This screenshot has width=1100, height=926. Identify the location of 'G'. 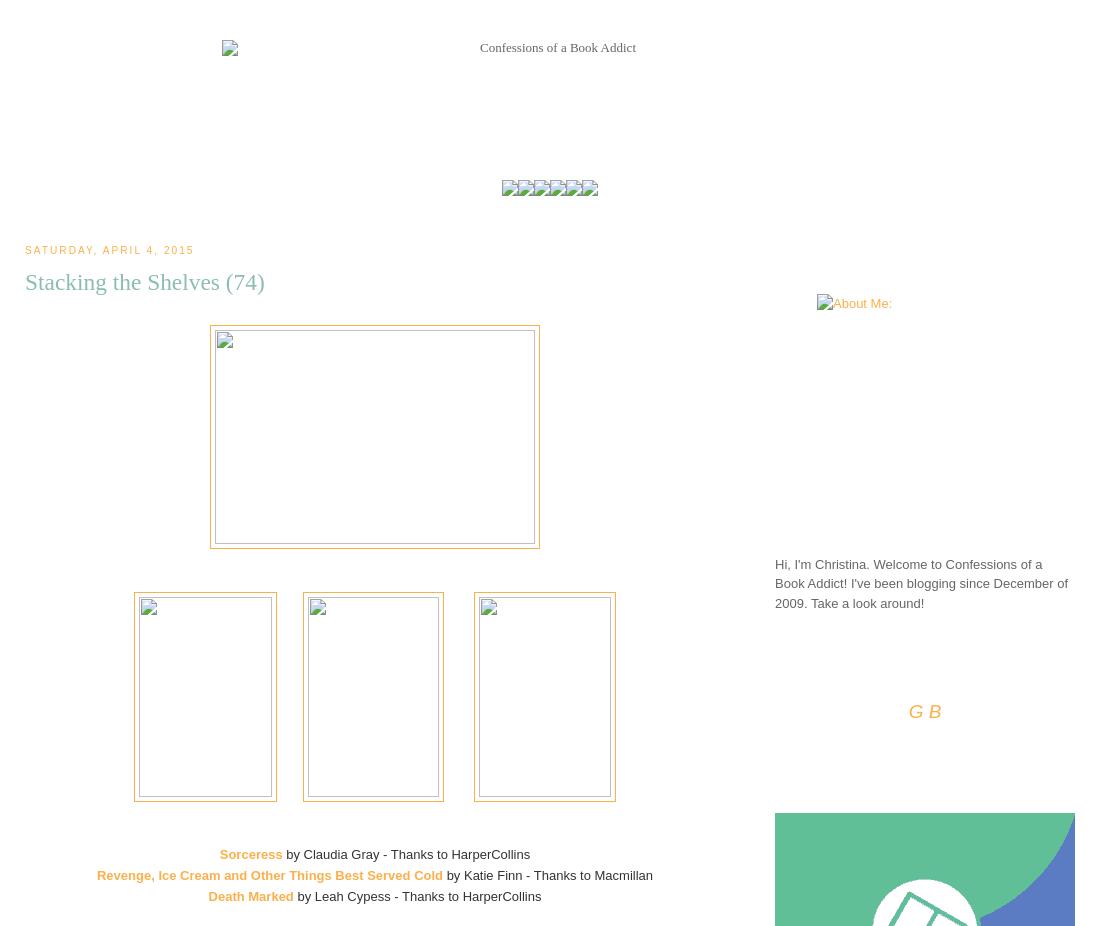
(915, 711).